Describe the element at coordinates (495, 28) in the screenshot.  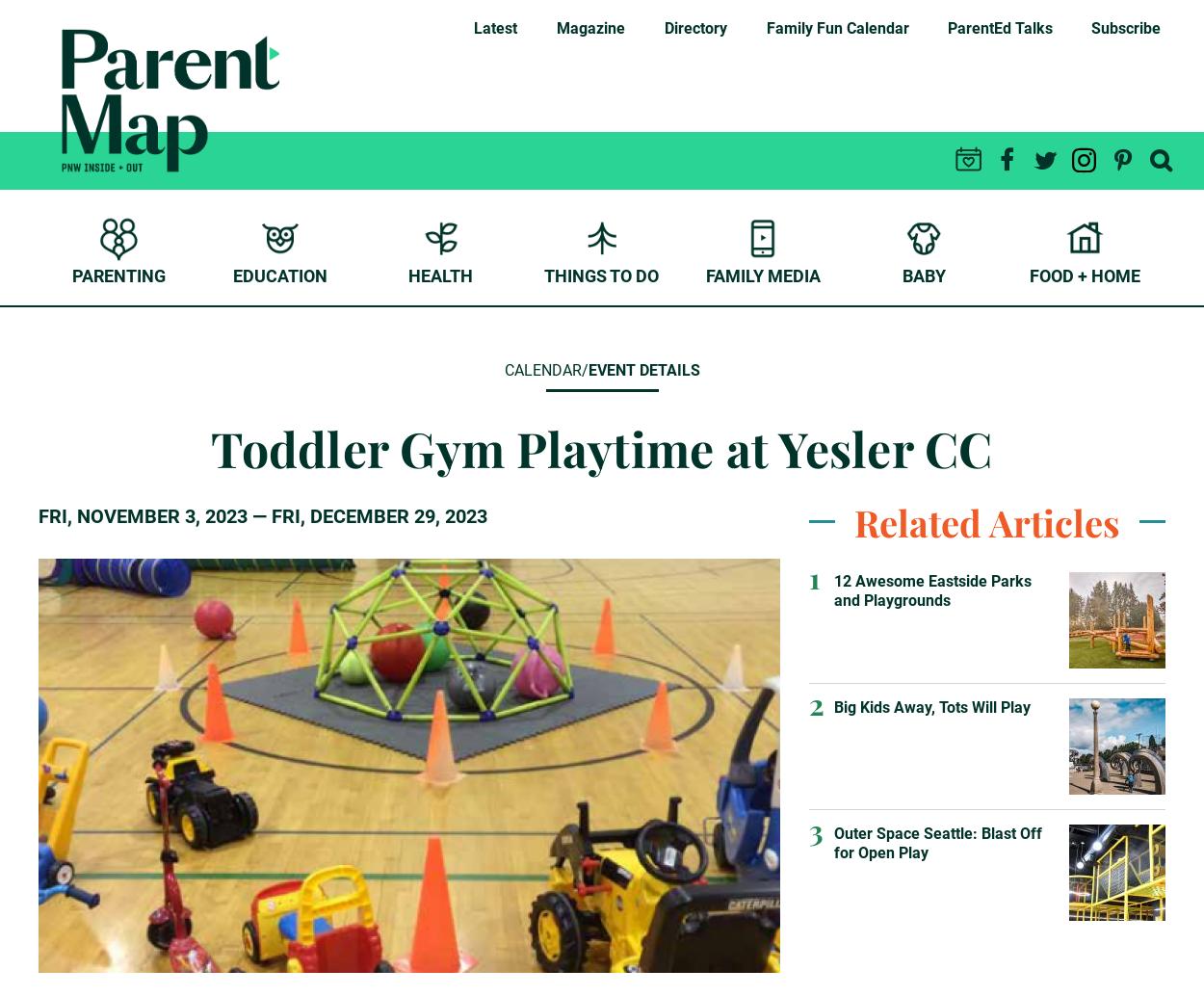
I see `'Latest'` at that location.